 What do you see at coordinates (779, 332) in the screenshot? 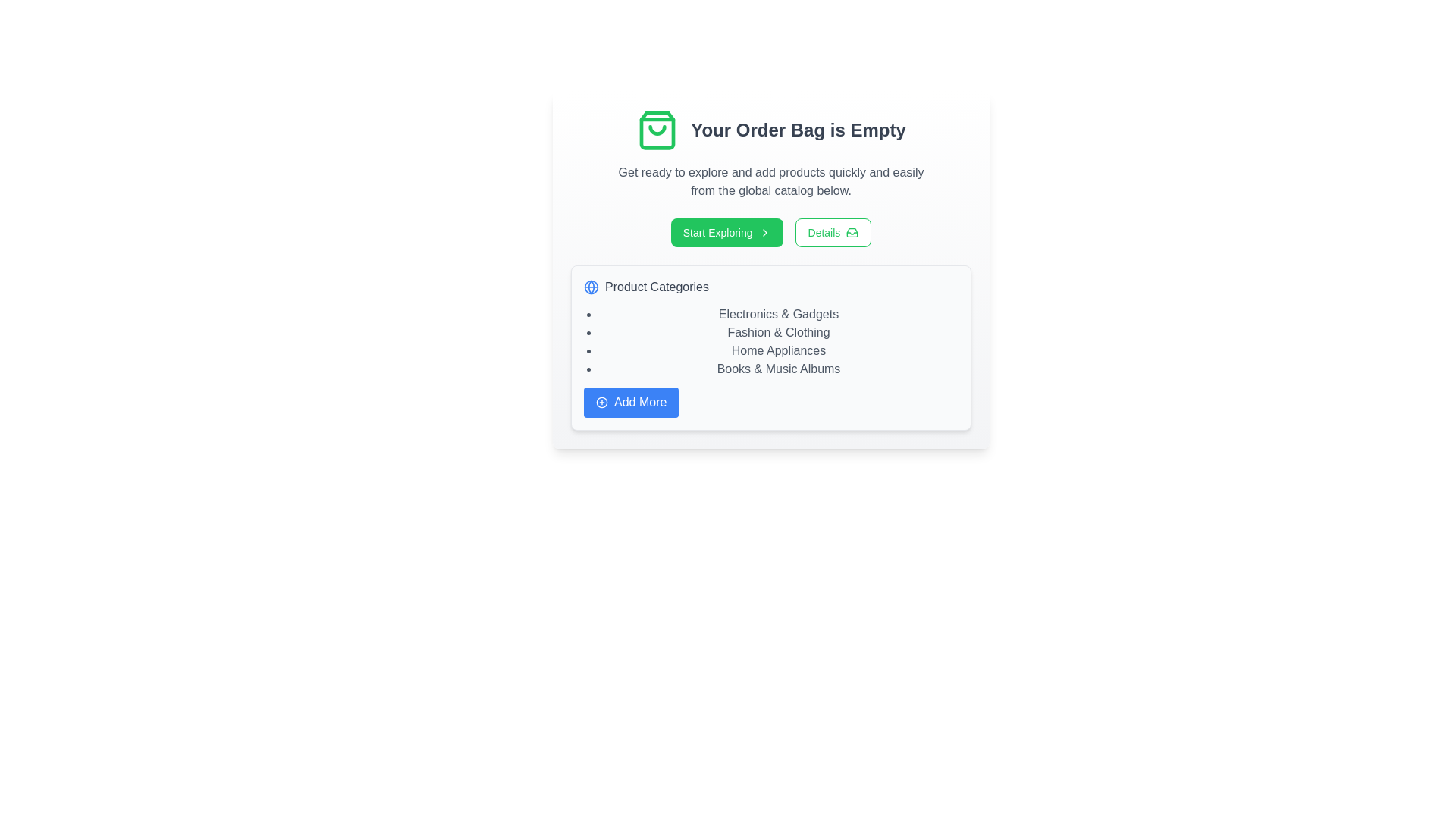
I see `the 'Fashion & Clothing' text label` at bounding box center [779, 332].